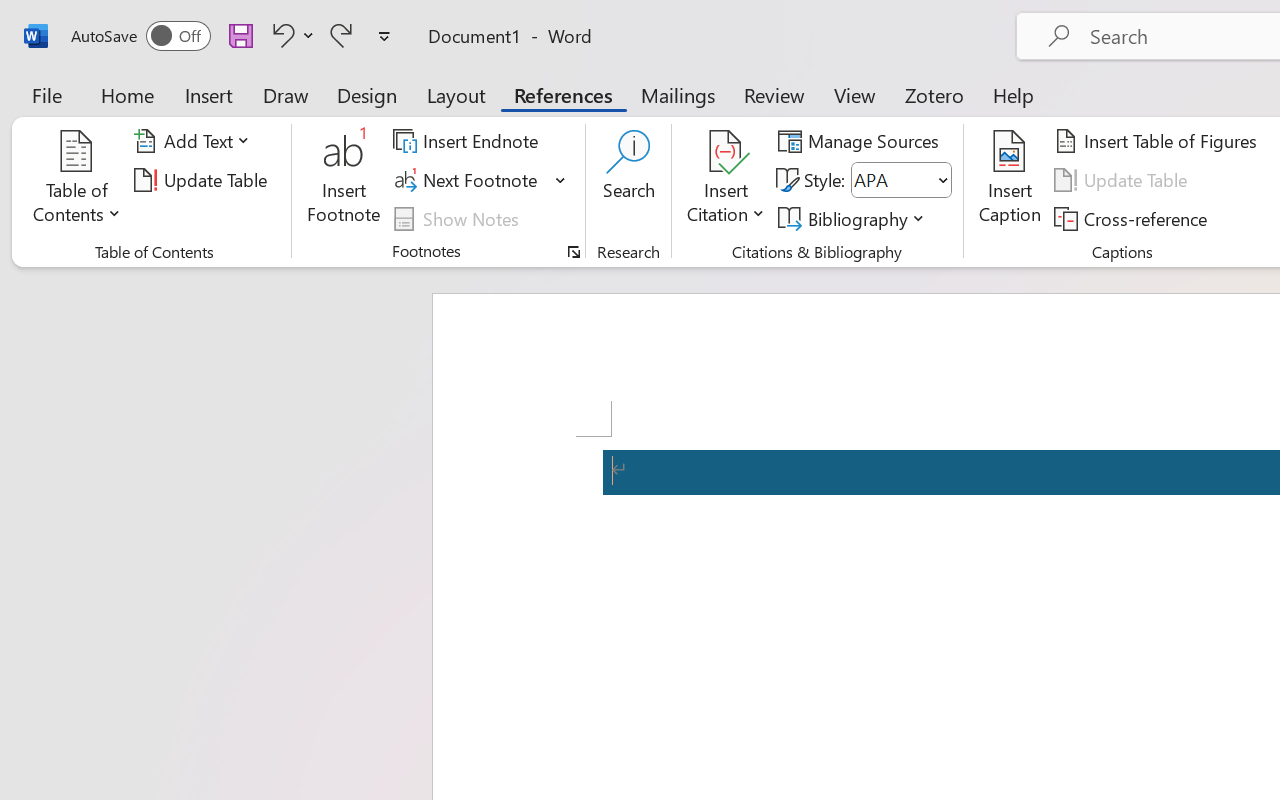  Describe the element at coordinates (862, 141) in the screenshot. I see `'Manage Sources...'` at that location.